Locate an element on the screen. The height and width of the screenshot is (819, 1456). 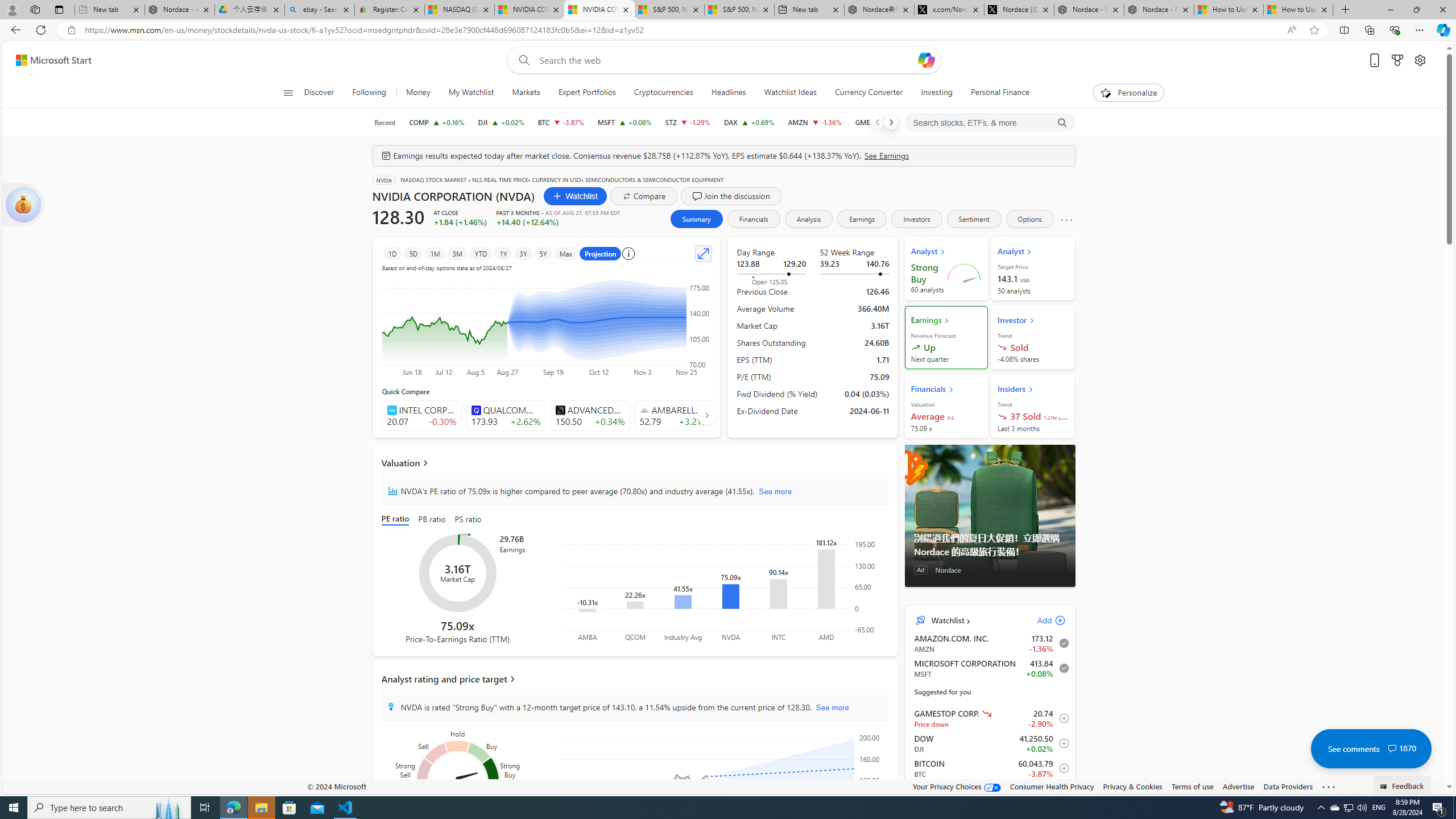
'Privacy & Cookies' is located at coordinates (1131, 786).